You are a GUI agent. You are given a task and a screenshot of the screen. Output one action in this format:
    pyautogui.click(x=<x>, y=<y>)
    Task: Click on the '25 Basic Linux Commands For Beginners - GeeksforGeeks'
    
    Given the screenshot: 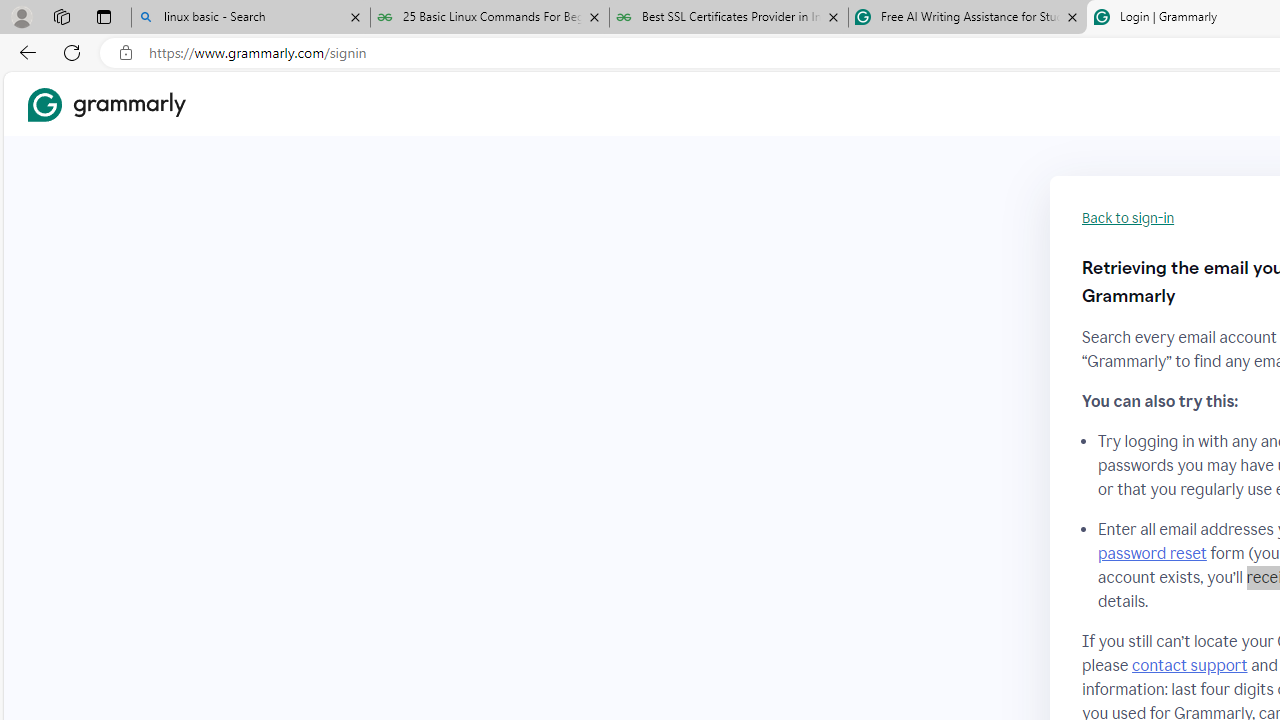 What is the action you would take?
    pyautogui.click(x=490, y=17)
    